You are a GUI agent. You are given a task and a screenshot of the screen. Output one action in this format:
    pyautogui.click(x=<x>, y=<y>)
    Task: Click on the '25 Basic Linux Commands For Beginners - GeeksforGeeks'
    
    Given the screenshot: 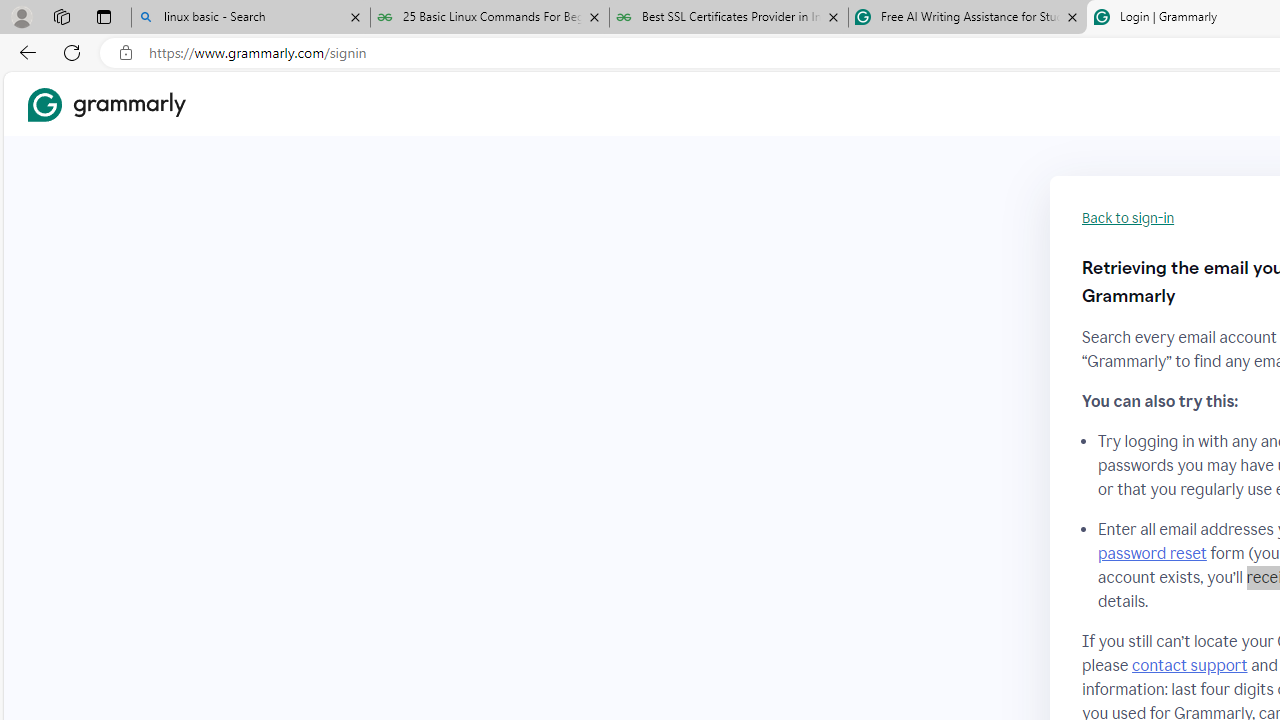 What is the action you would take?
    pyautogui.click(x=490, y=17)
    